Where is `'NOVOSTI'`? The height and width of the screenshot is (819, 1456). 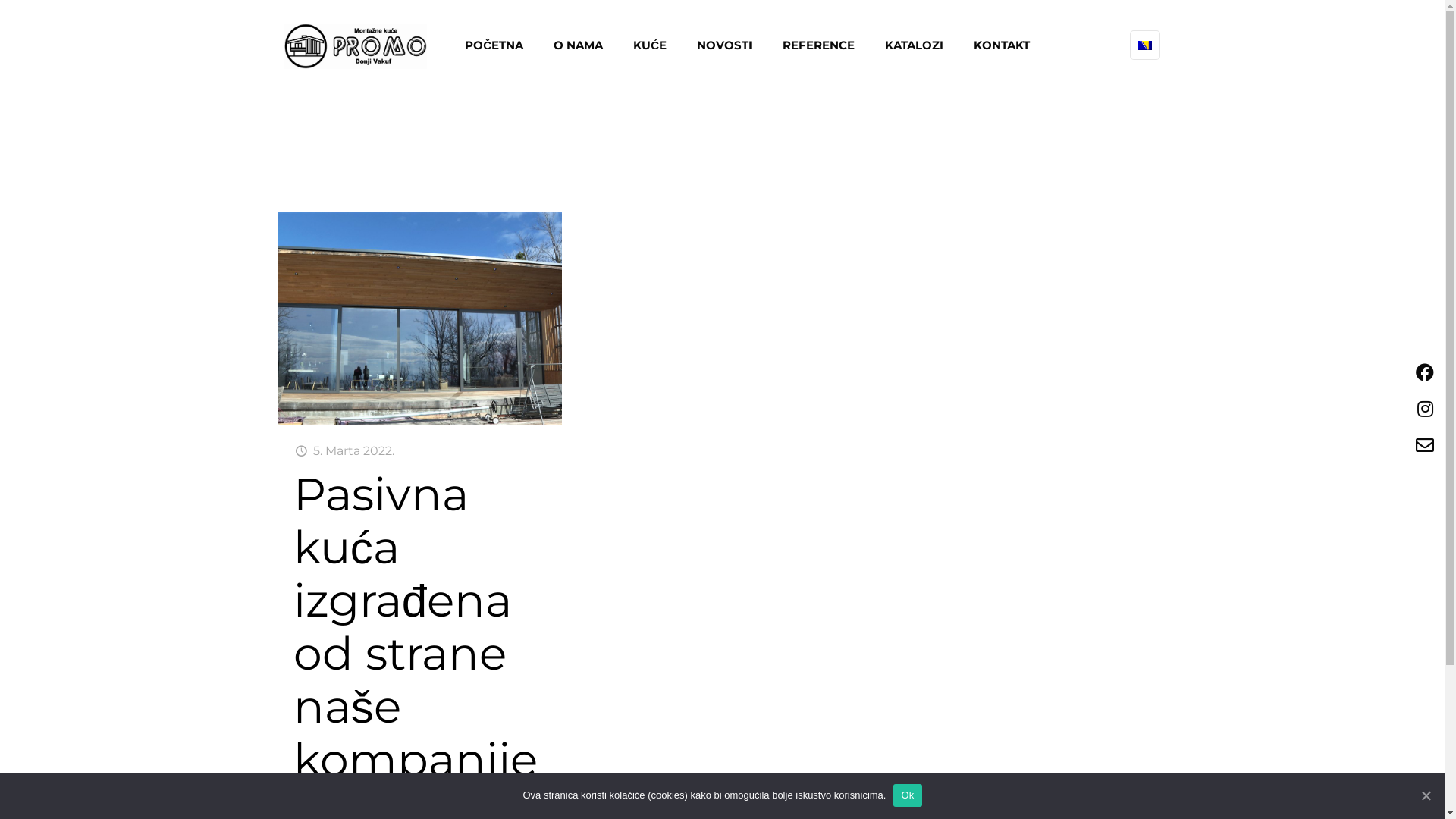 'NOVOSTI' is located at coordinates (723, 45).